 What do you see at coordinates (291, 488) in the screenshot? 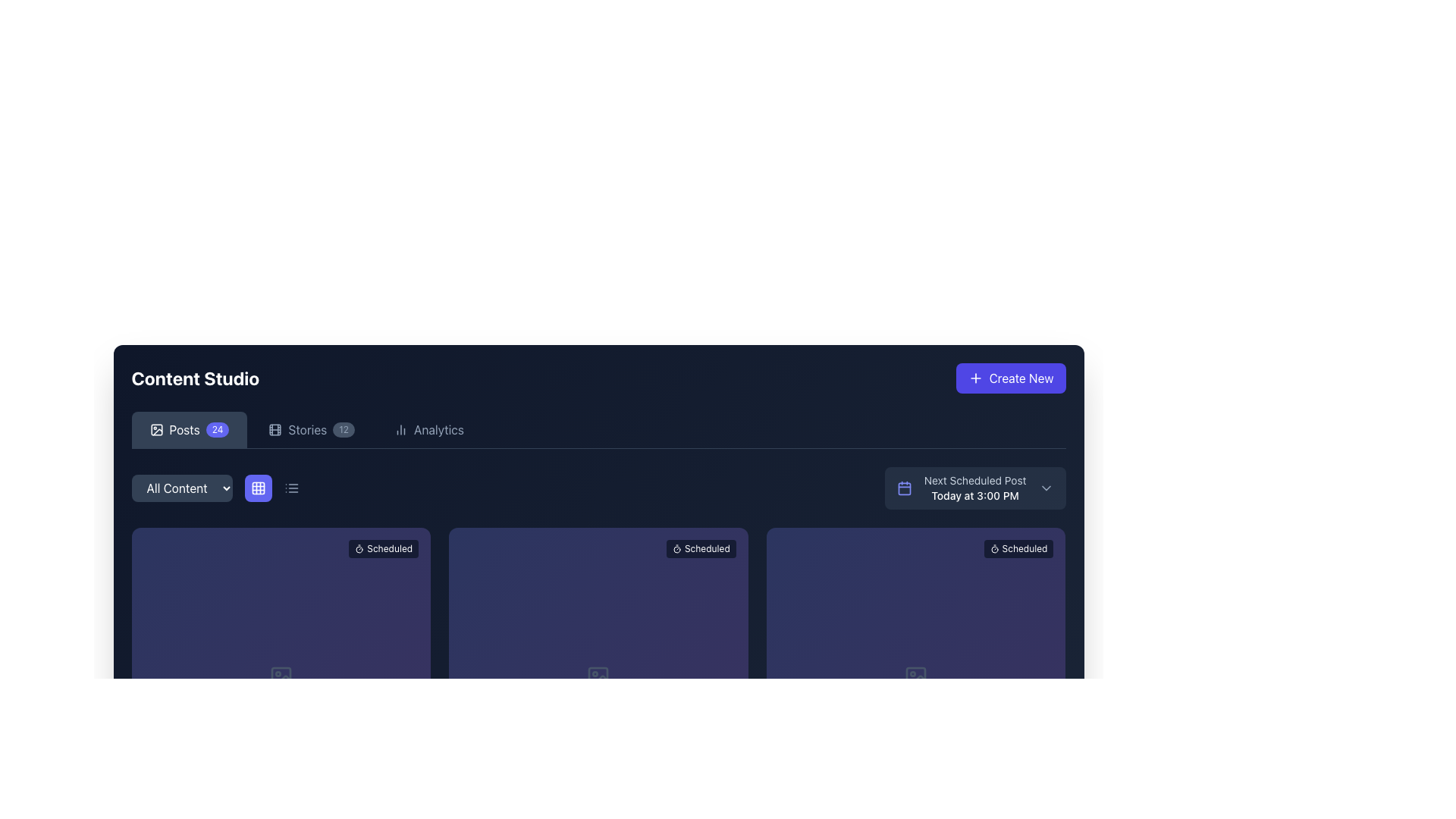
I see `the button located in the horizontal toolbar that toggles the view mode to list layout` at bounding box center [291, 488].